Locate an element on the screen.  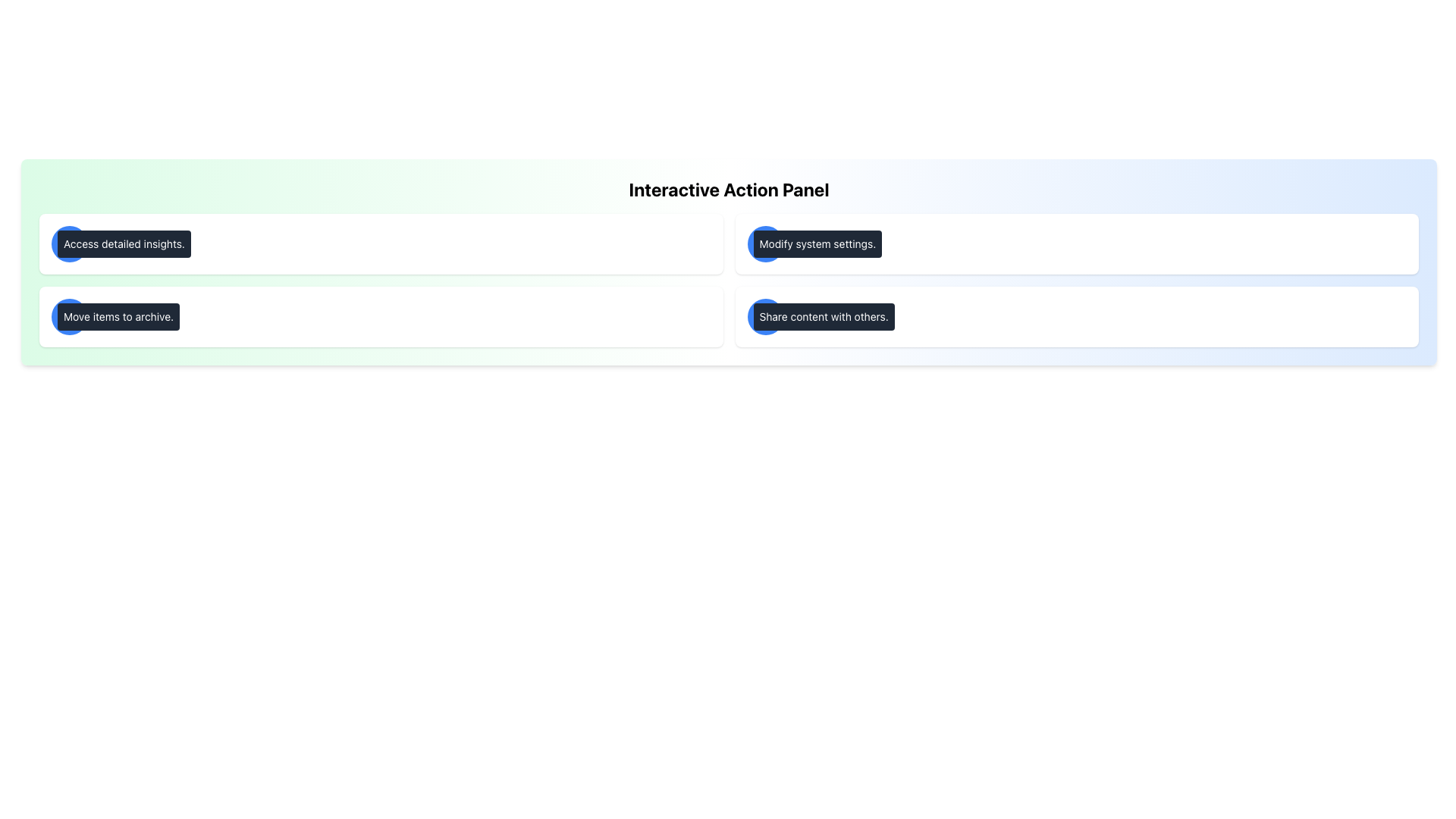
the 'Information' button in the 'Access detailed insights' panel is located at coordinates (68, 243).